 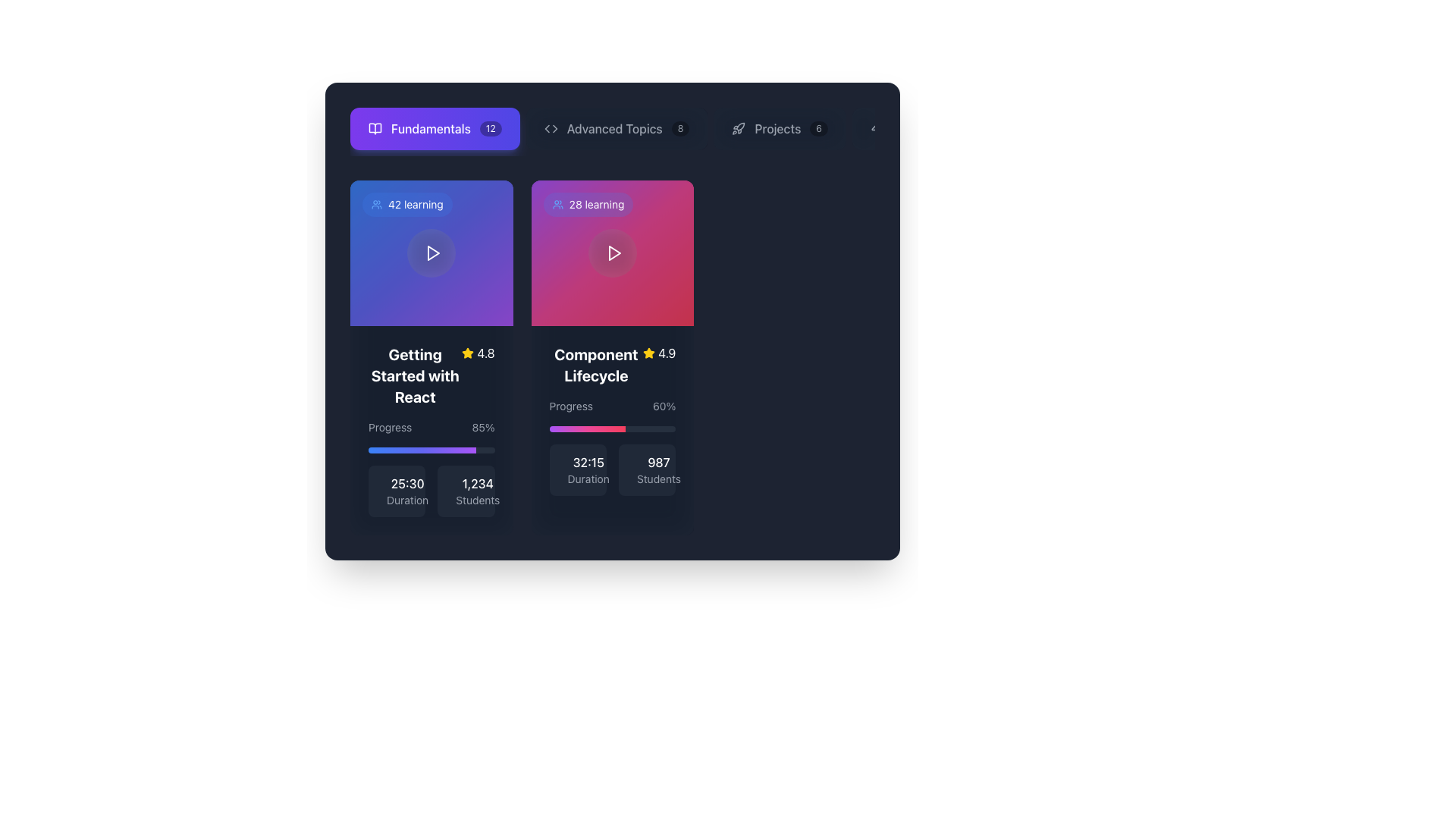 What do you see at coordinates (777, 127) in the screenshot?
I see `text label 'Projects' located in the navigation bar, which is positioned between the 'Advanced Topics' label and the number '6'` at bounding box center [777, 127].